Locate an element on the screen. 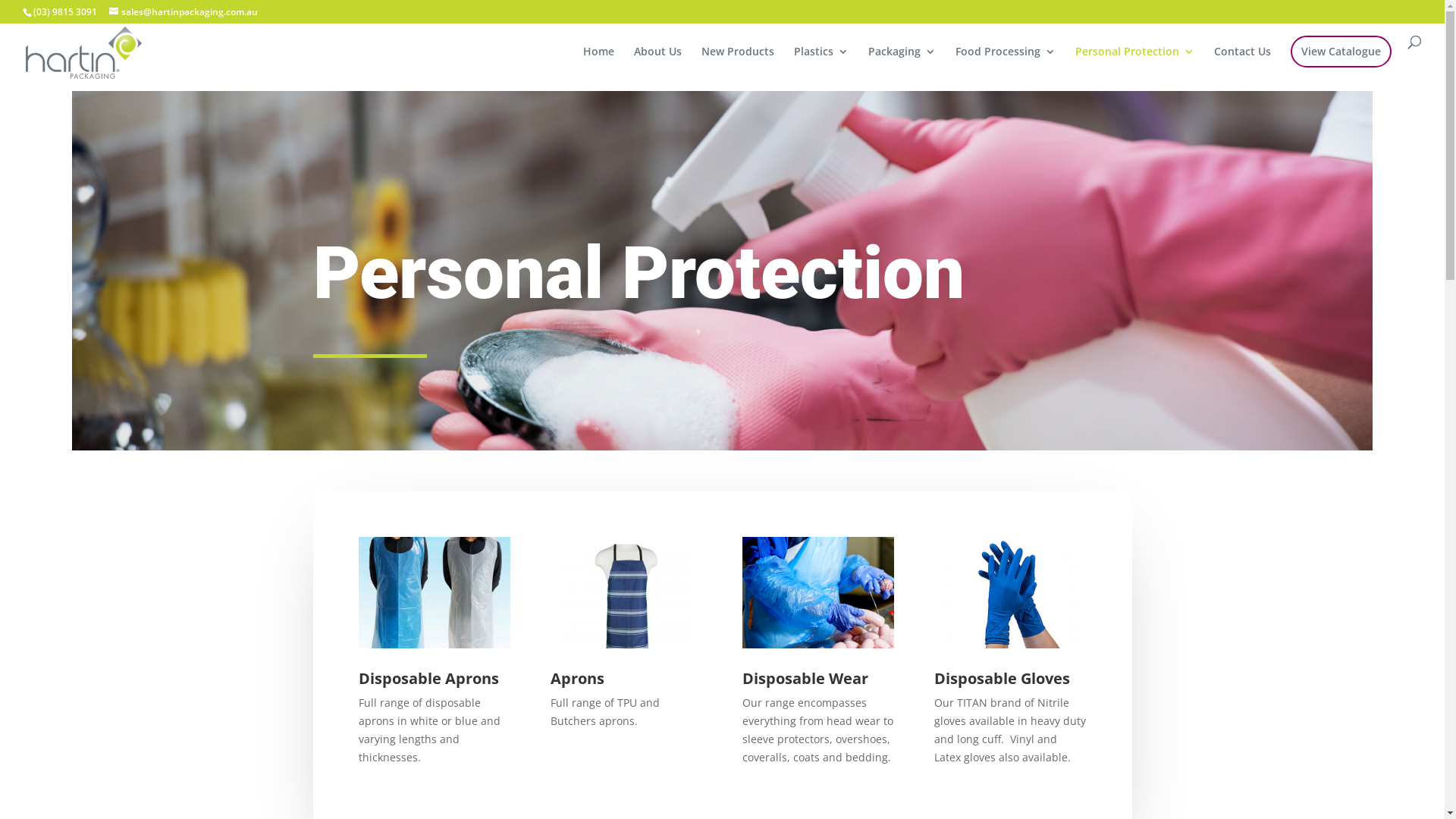 This screenshot has width=1456, height=819. 'Home' is located at coordinates (598, 63).